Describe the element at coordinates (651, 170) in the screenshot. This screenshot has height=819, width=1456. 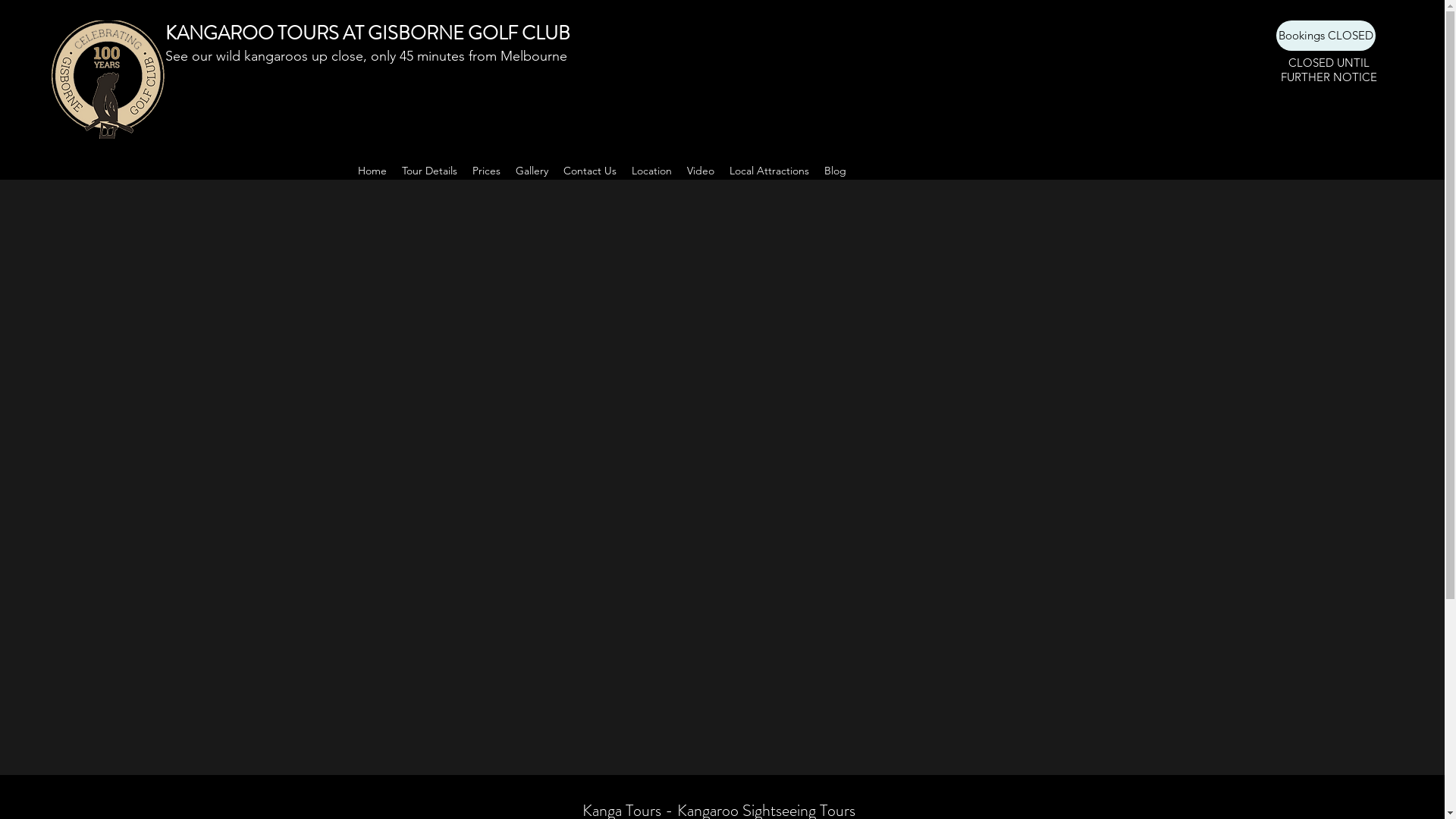
I see `'Location'` at that location.